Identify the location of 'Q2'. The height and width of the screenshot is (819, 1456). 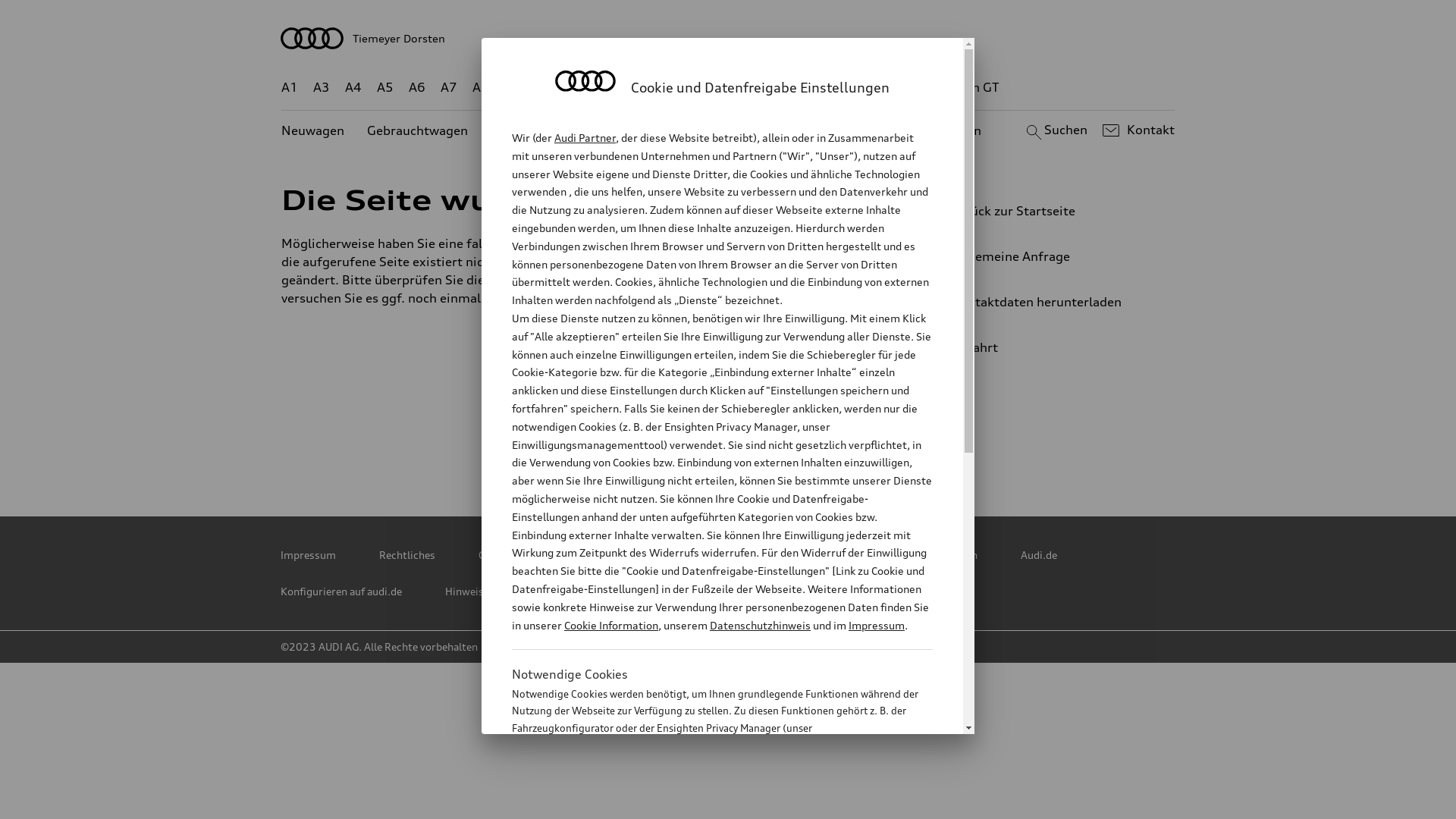
(513, 87).